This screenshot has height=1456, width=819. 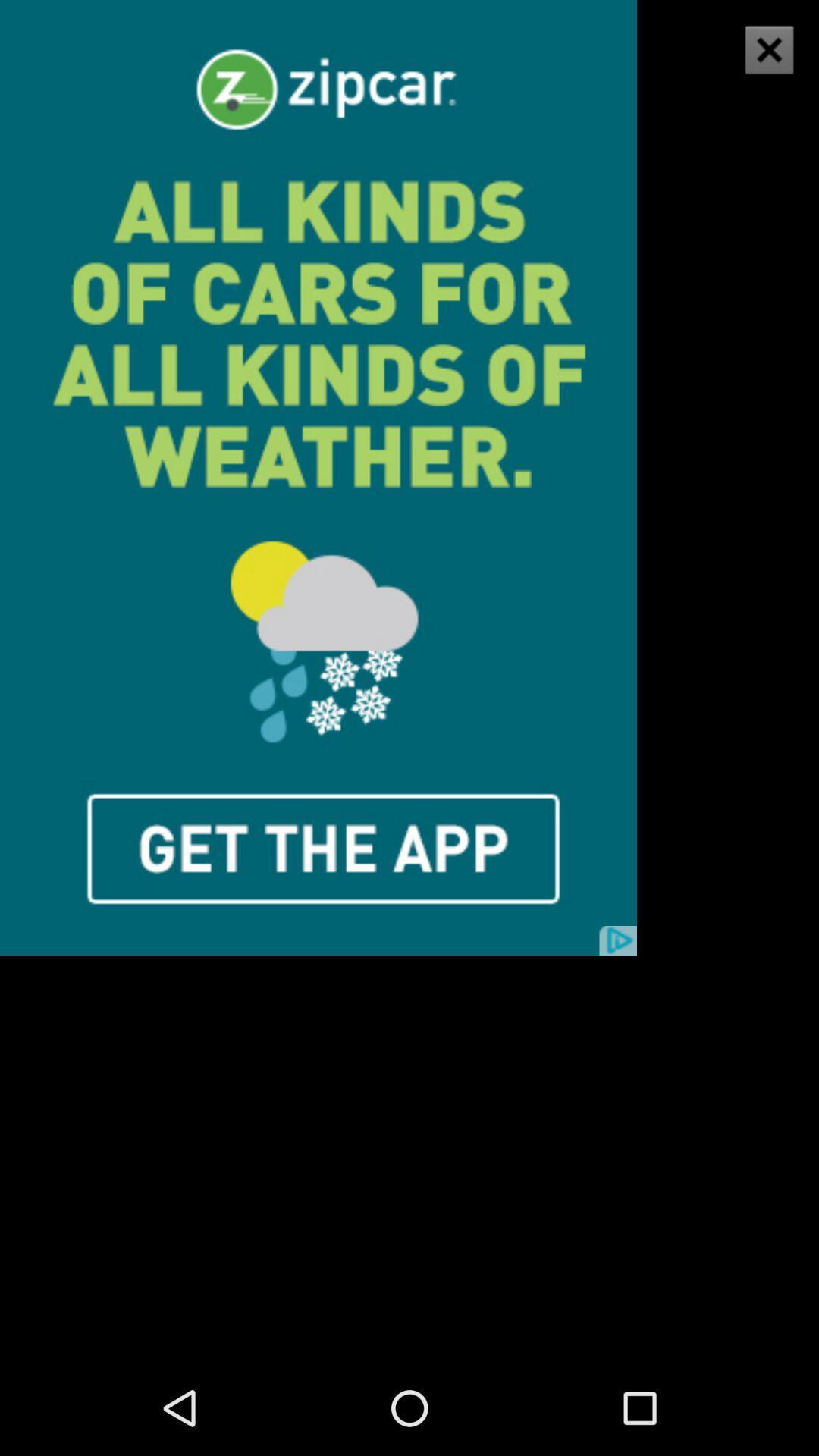 What do you see at coordinates (769, 53) in the screenshot?
I see `the close icon` at bounding box center [769, 53].